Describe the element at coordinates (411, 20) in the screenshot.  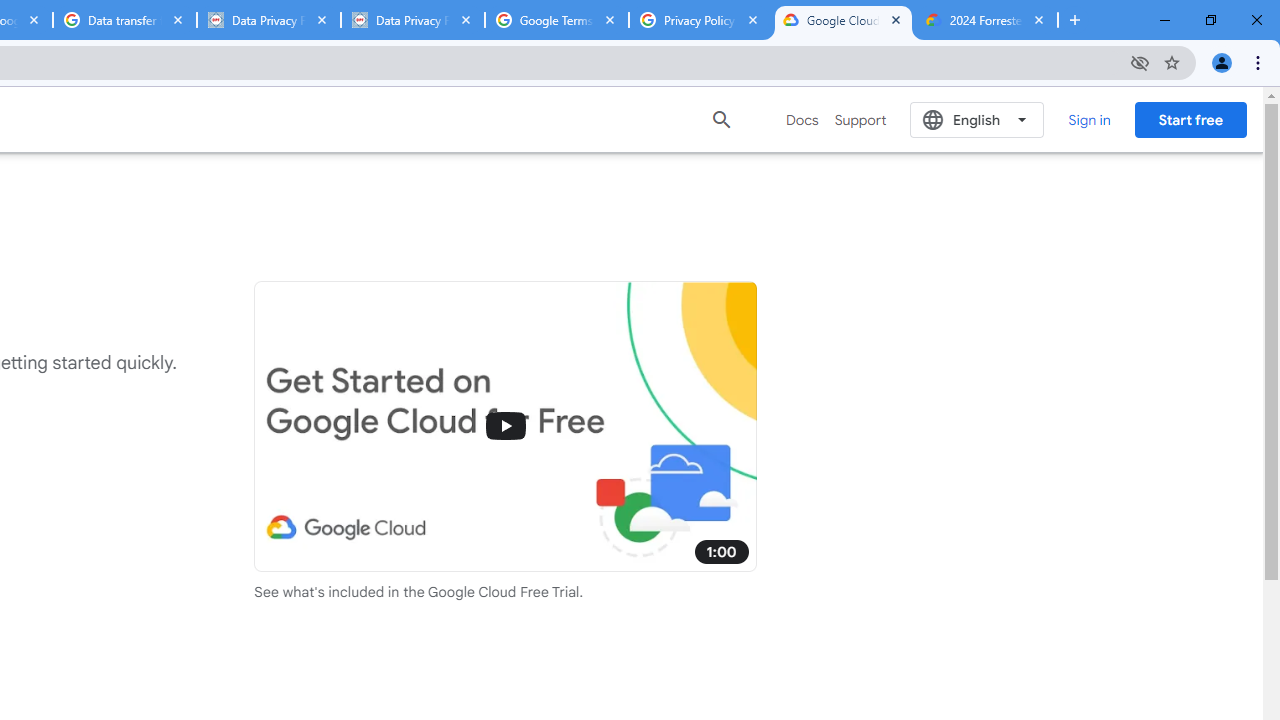
I see `'Data Privacy Framework'` at that location.